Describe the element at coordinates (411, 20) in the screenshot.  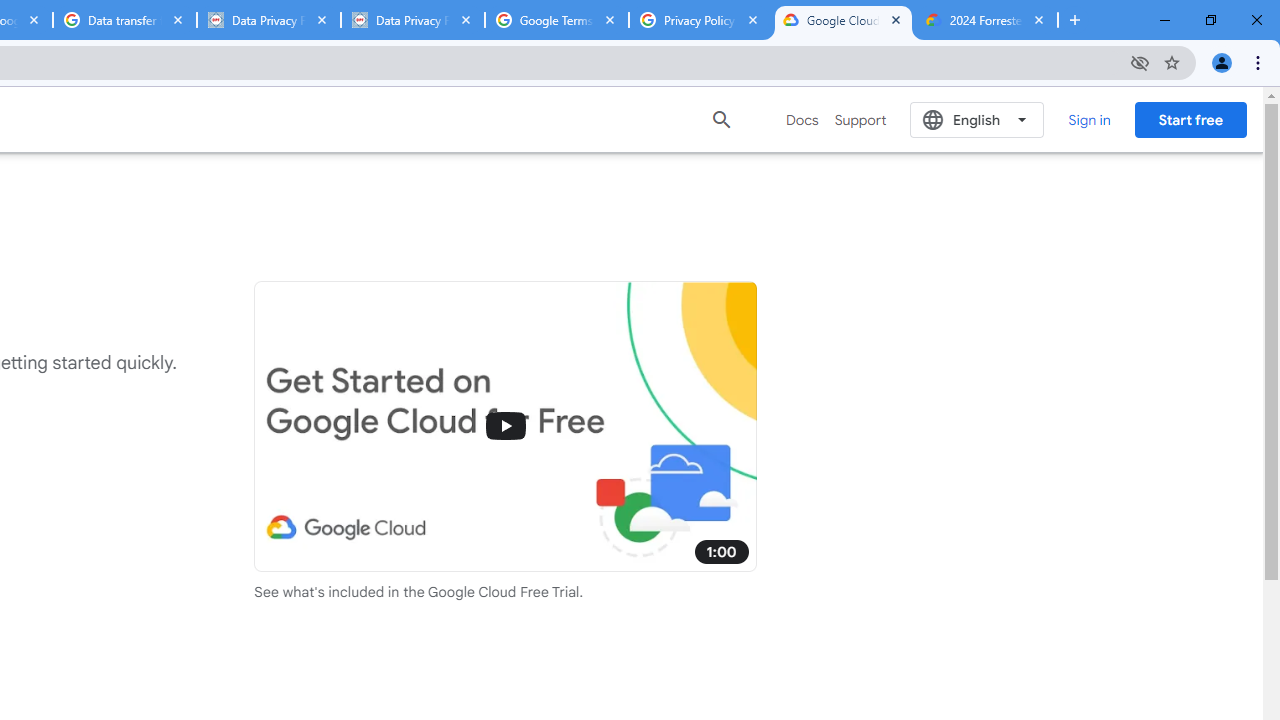
I see `'Data Privacy Framework'` at that location.